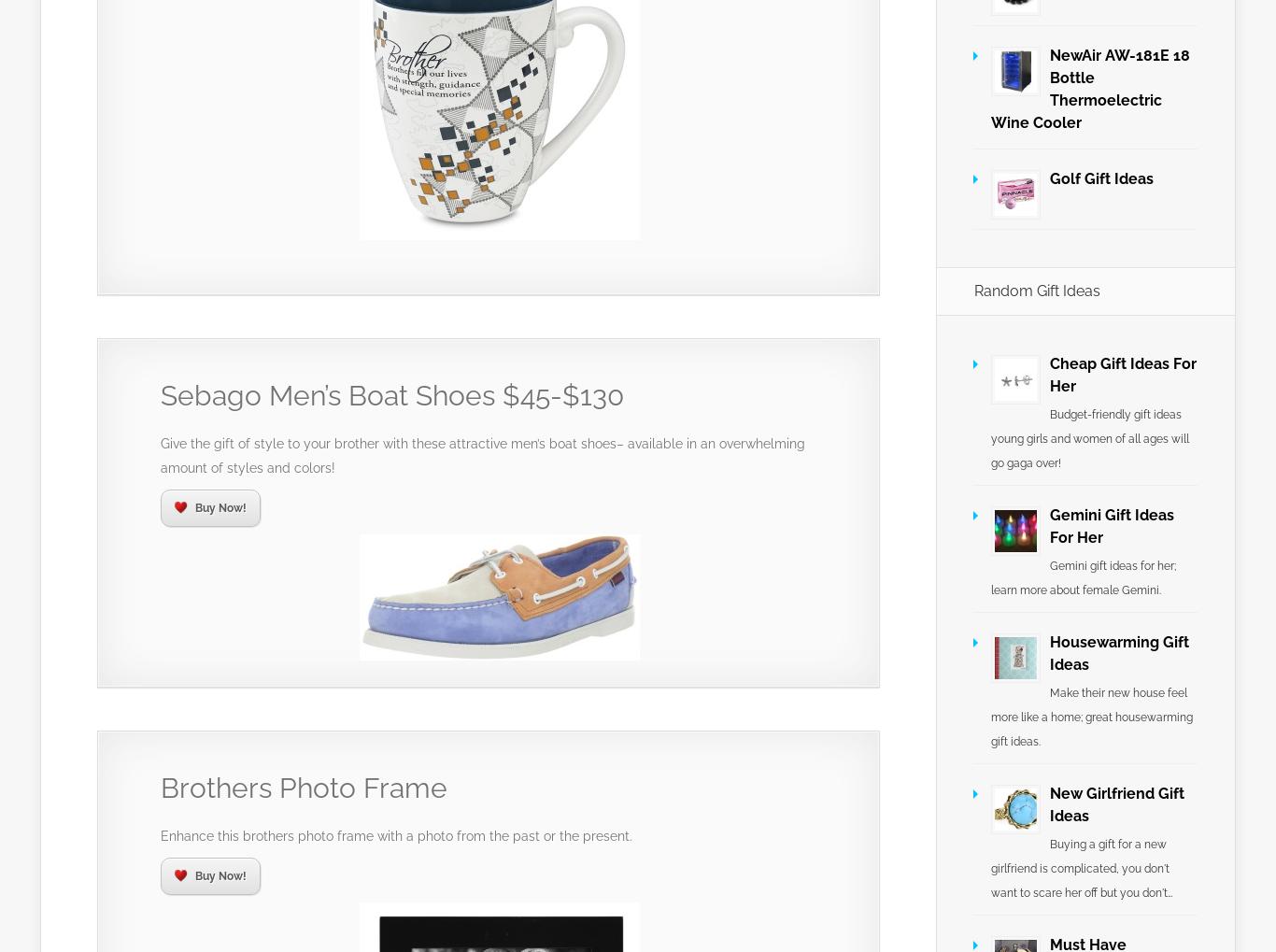 Image resolution: width=1276 pixels, height=952 pixels. I want to click on 'Brothers Photo Frame', so click(304, 787).